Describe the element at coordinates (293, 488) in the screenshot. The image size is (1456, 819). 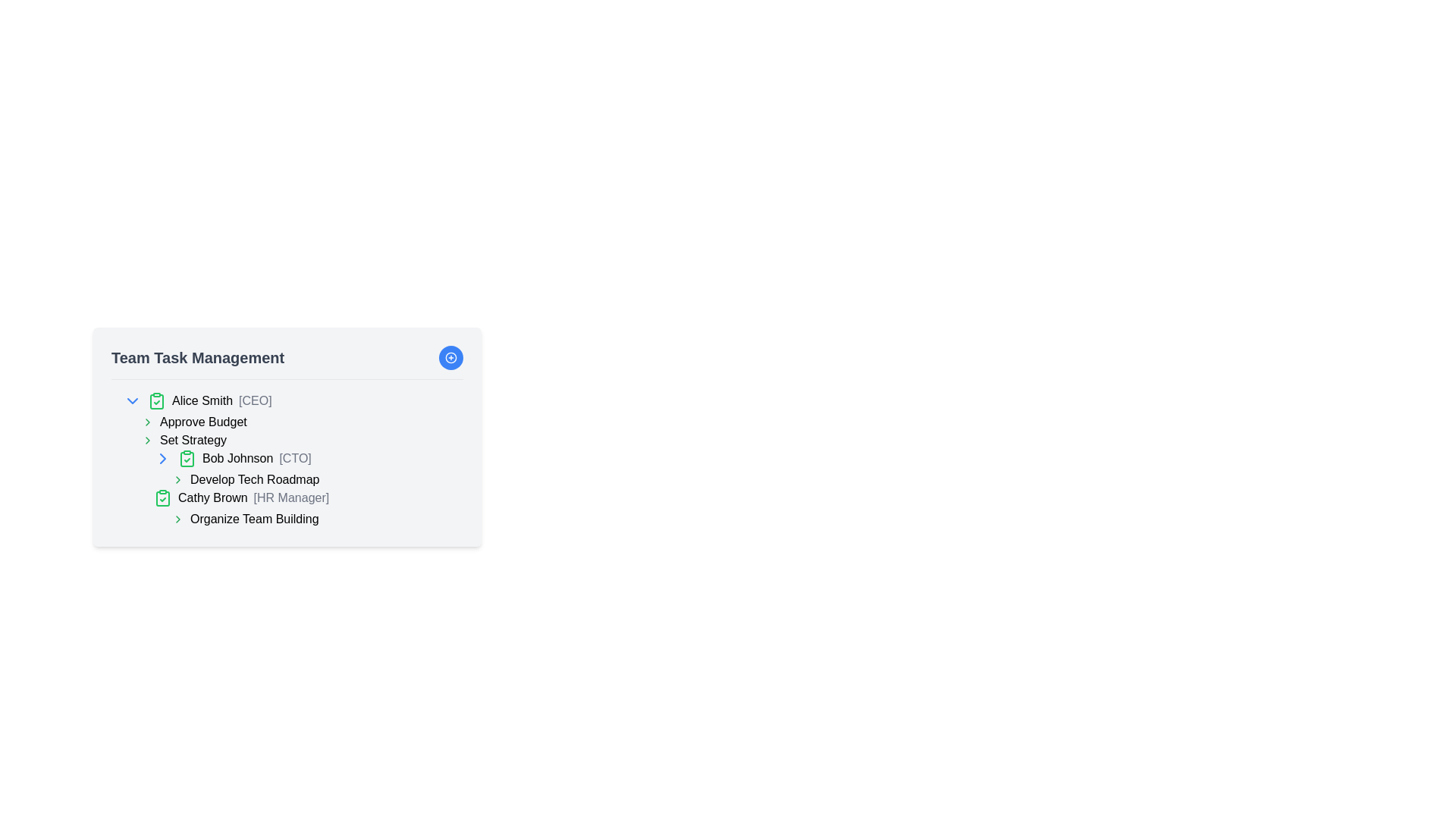
I see `the list item containing 'Bob Johnson [CTO]' and 'Develop Tech Roadmap'` at that location.